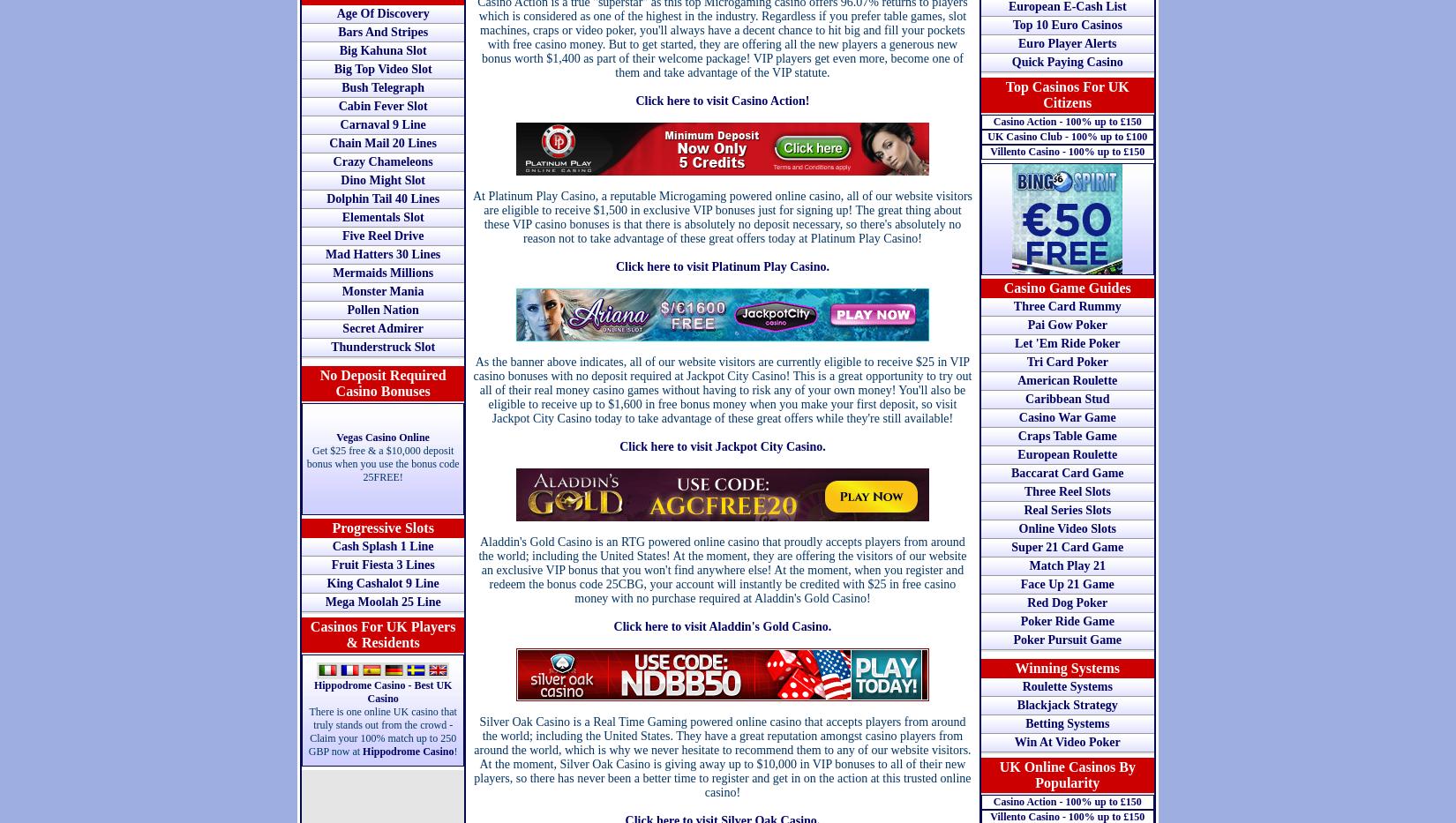  I want to click on 'Five
                      Reel Drive', so click(381, 236).